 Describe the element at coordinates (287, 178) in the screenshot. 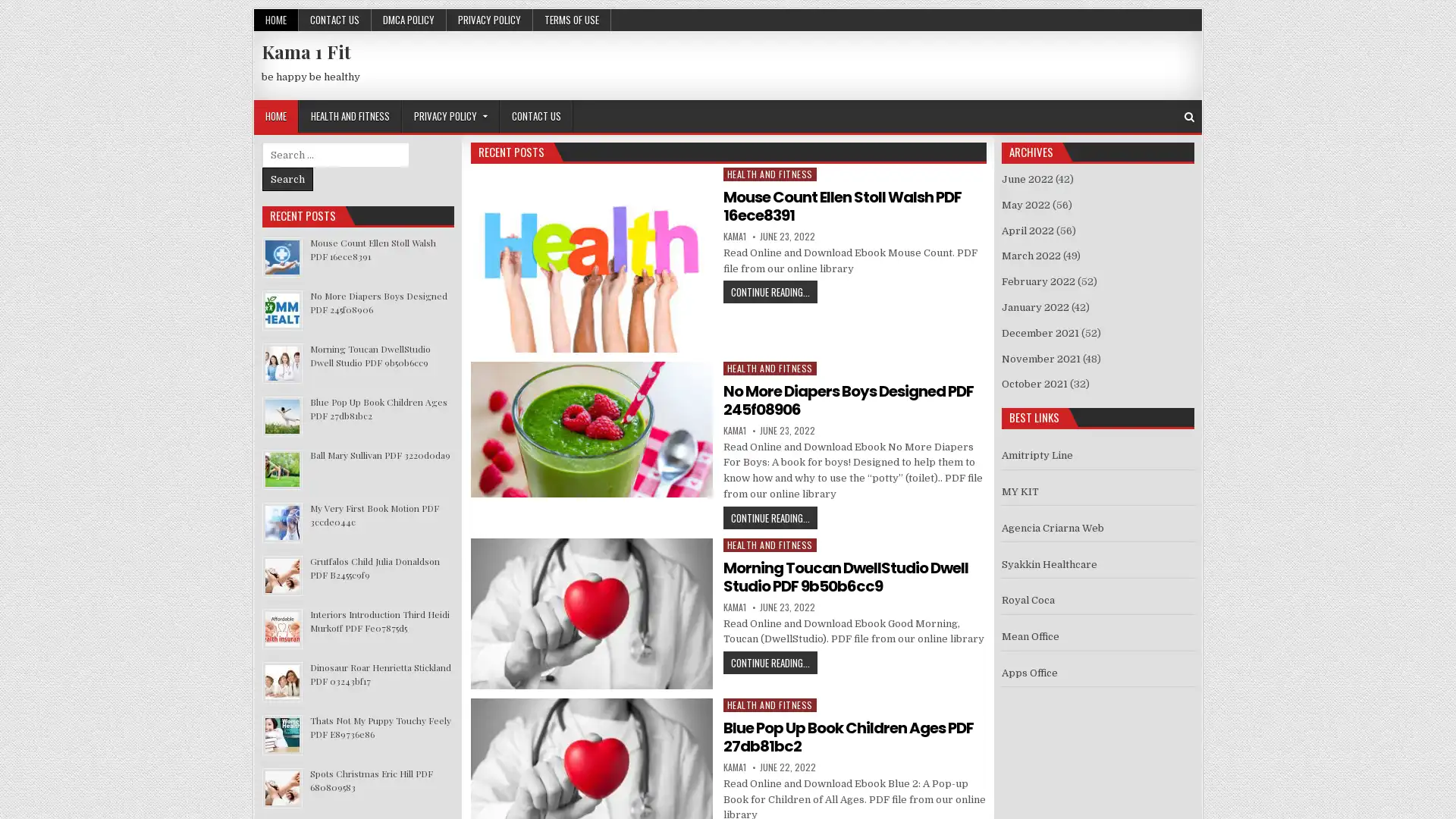

I see `Search` at that location.